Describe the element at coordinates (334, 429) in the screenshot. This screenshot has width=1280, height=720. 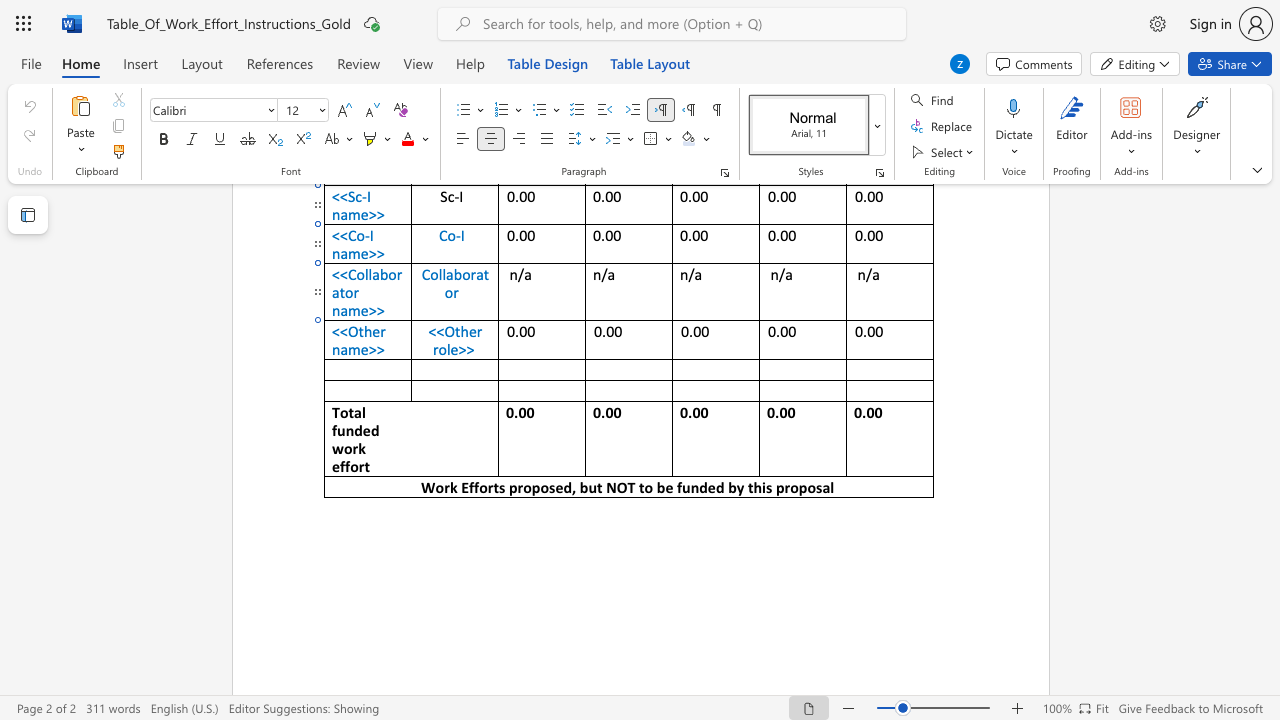
I see `the 1th character "f" in the text` at that location.